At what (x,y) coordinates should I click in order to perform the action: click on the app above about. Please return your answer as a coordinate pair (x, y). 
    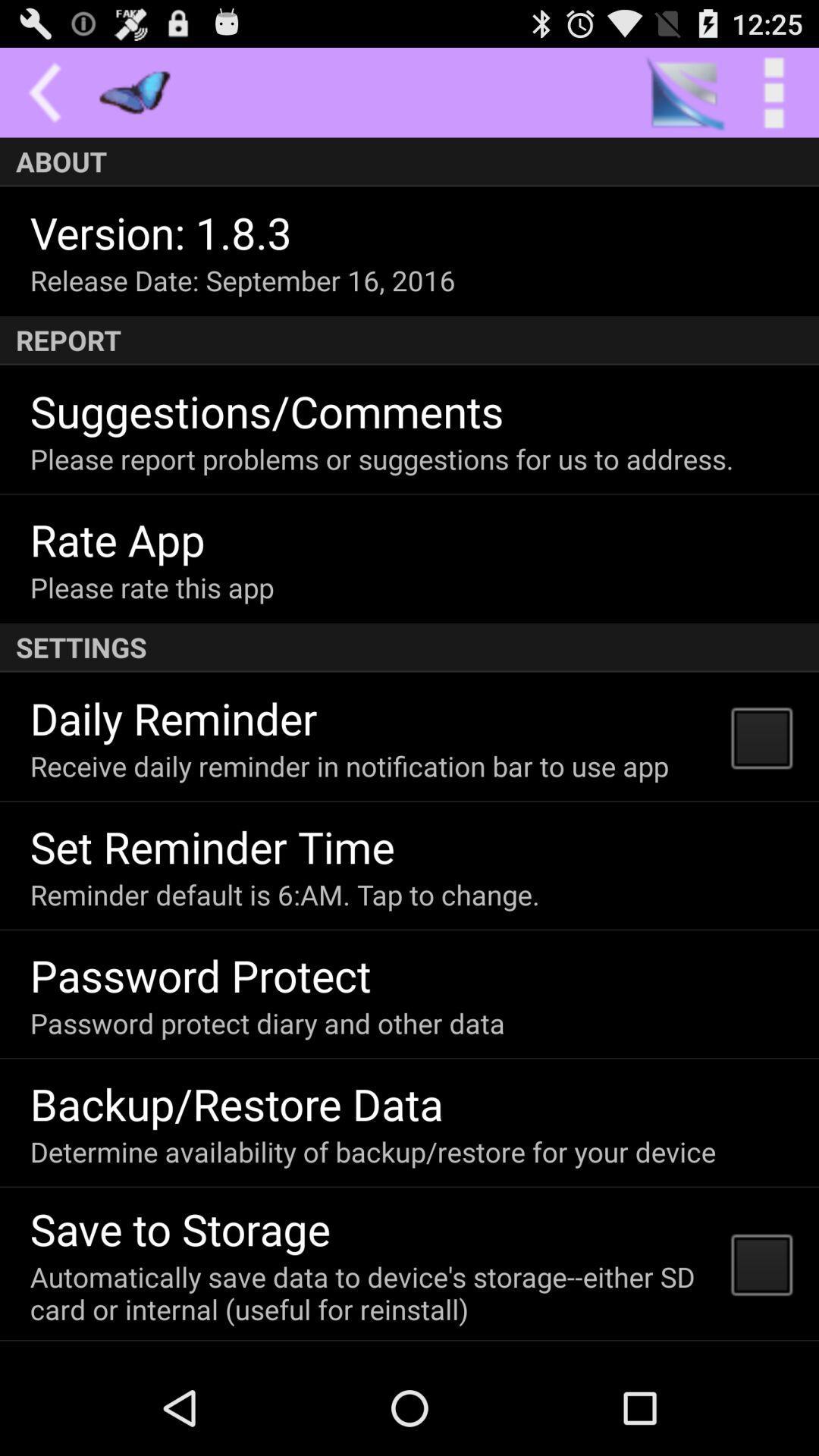
    Looking at the image, I should click on (773, 92).